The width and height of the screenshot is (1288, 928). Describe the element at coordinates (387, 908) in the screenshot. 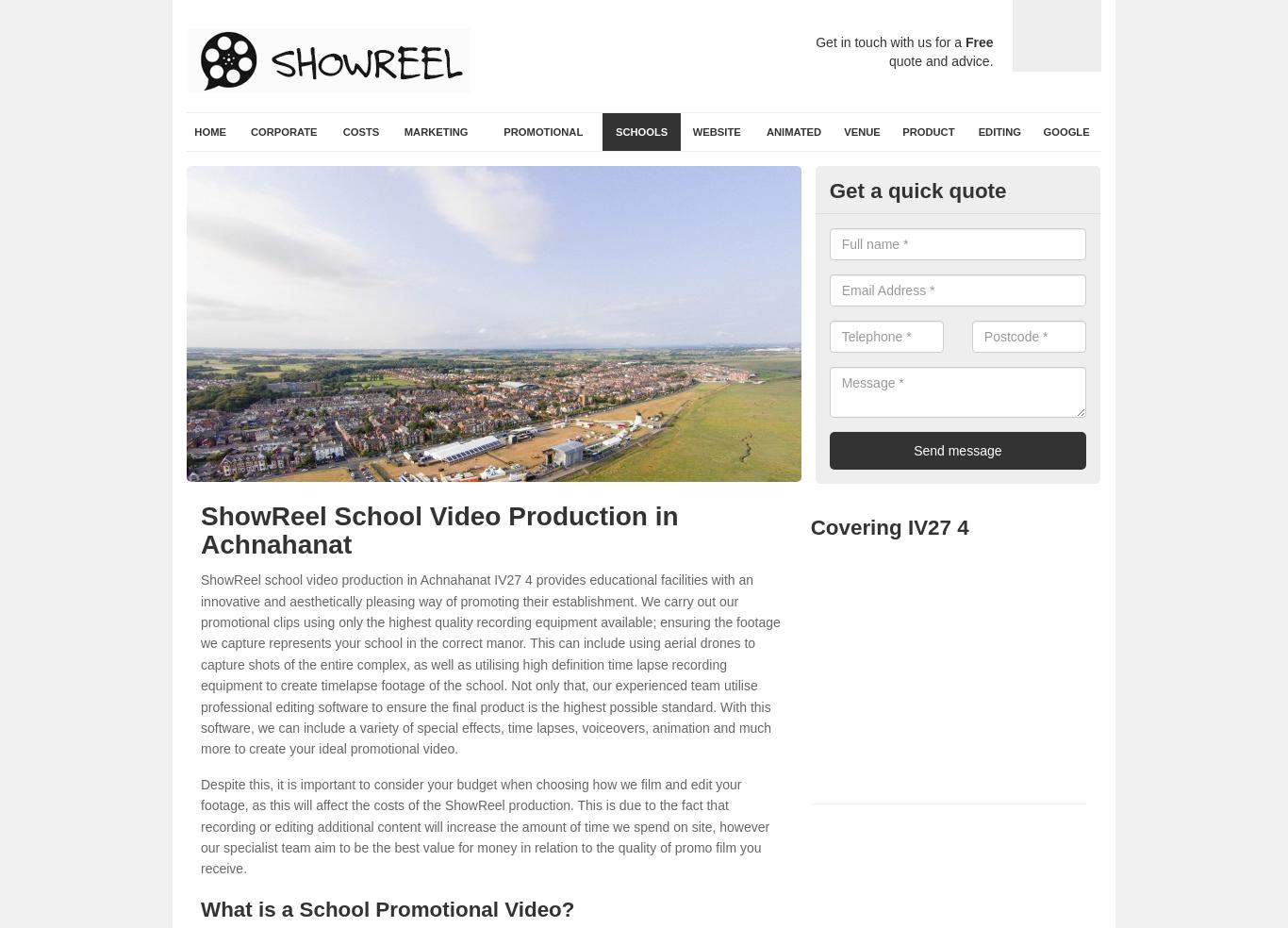

I see `'What is a School Promotional Video?'` at that location.